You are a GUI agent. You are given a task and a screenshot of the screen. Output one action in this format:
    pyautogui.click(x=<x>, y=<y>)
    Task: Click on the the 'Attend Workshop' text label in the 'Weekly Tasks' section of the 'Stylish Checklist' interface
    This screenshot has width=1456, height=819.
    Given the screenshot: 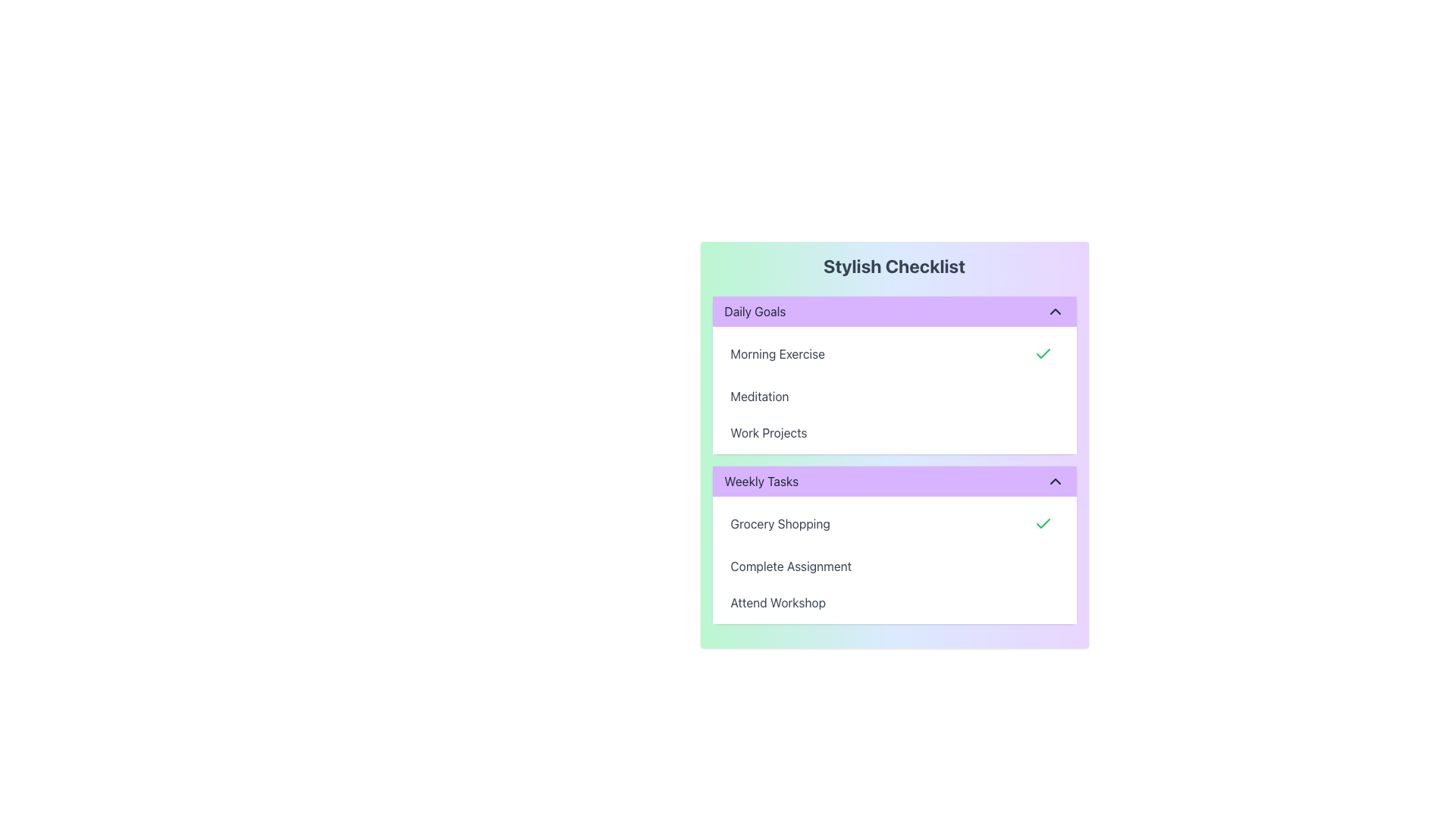 What is the action you would take?
    pyautogui.click(x=778, y=601)
    